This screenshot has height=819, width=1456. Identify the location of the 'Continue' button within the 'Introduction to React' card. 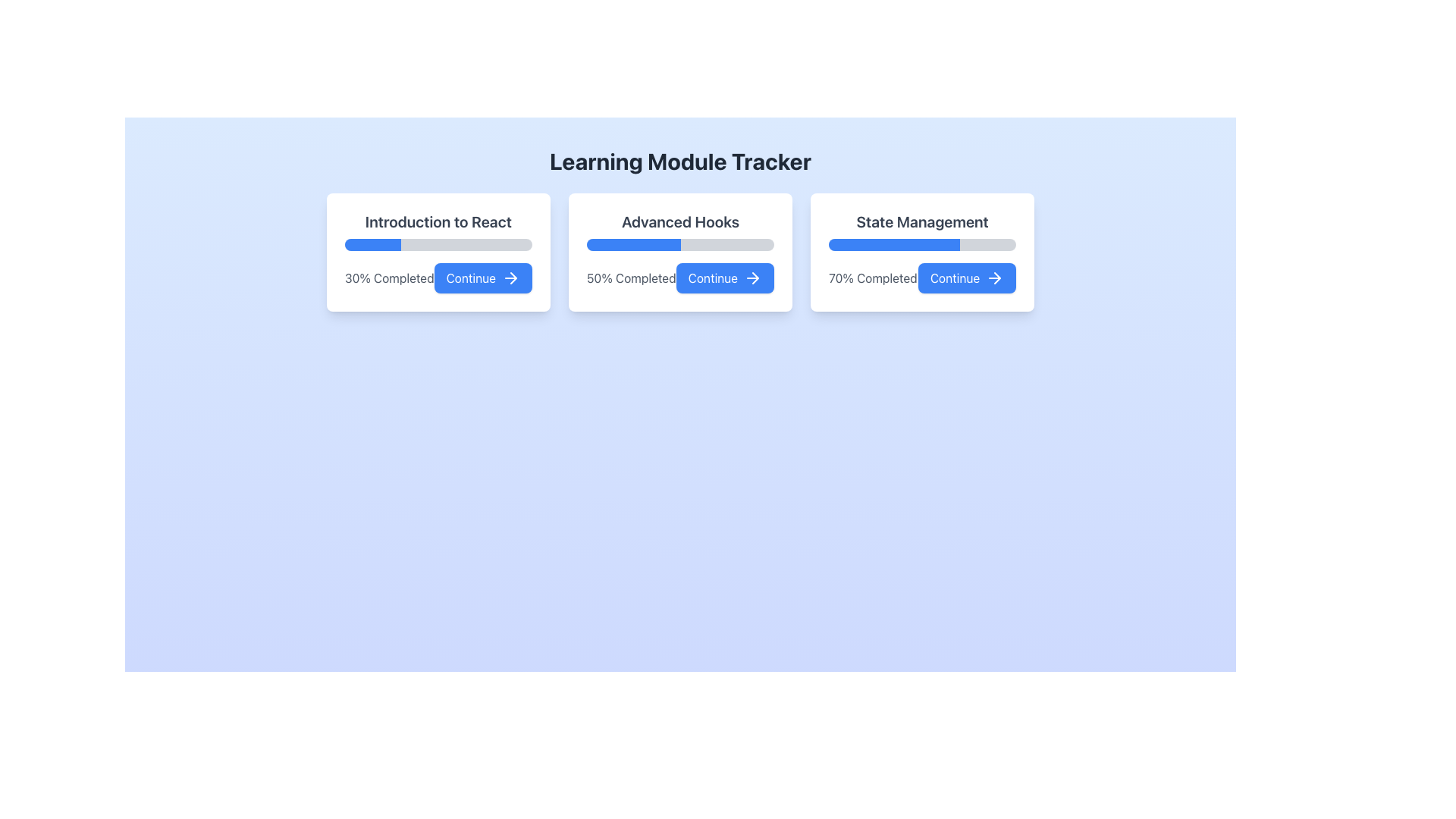
(438, 278).